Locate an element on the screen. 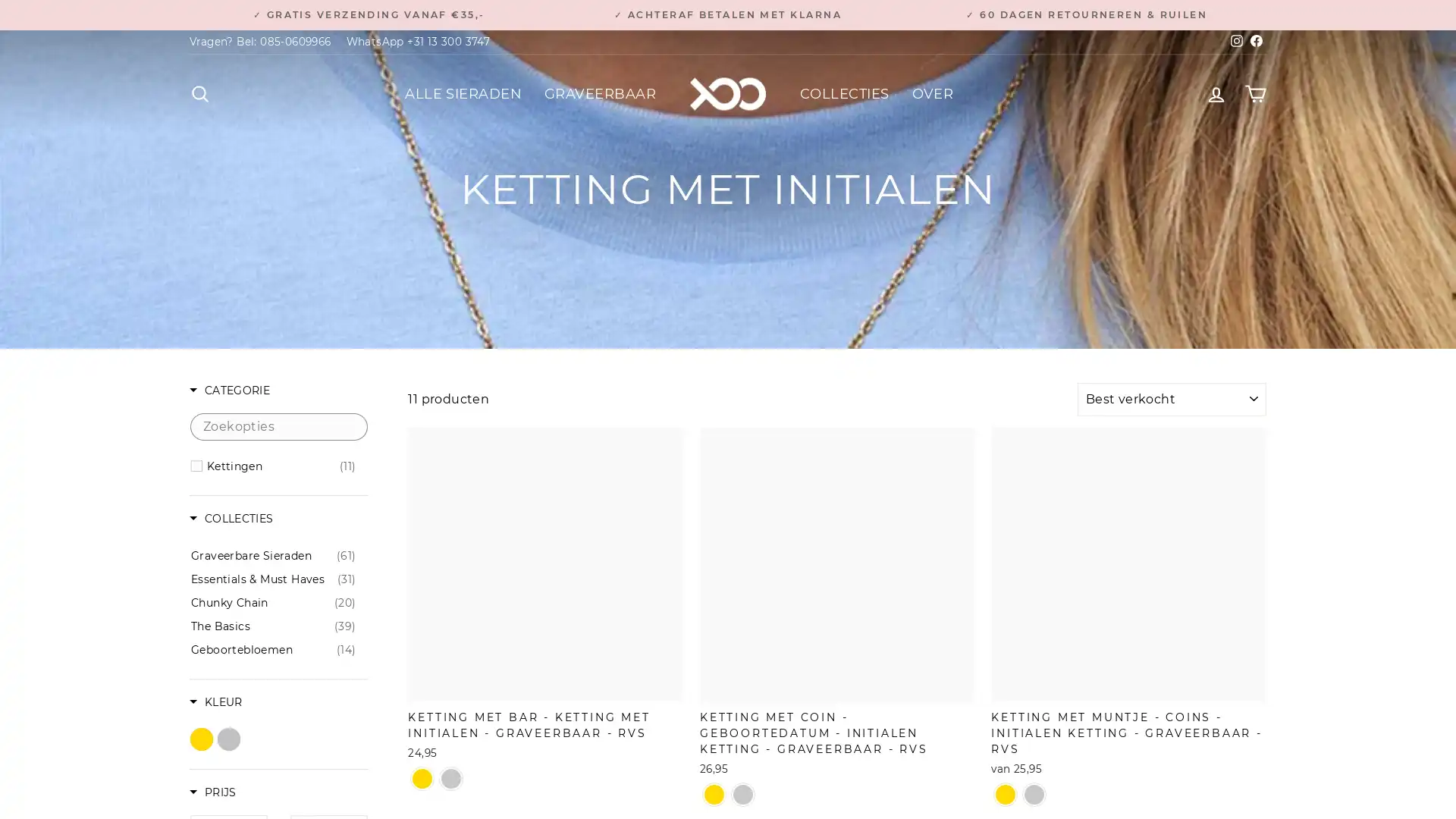 The width and height of the screenshot is (1456, 819). Filter by Collecties is located at coordinates (231, 519).